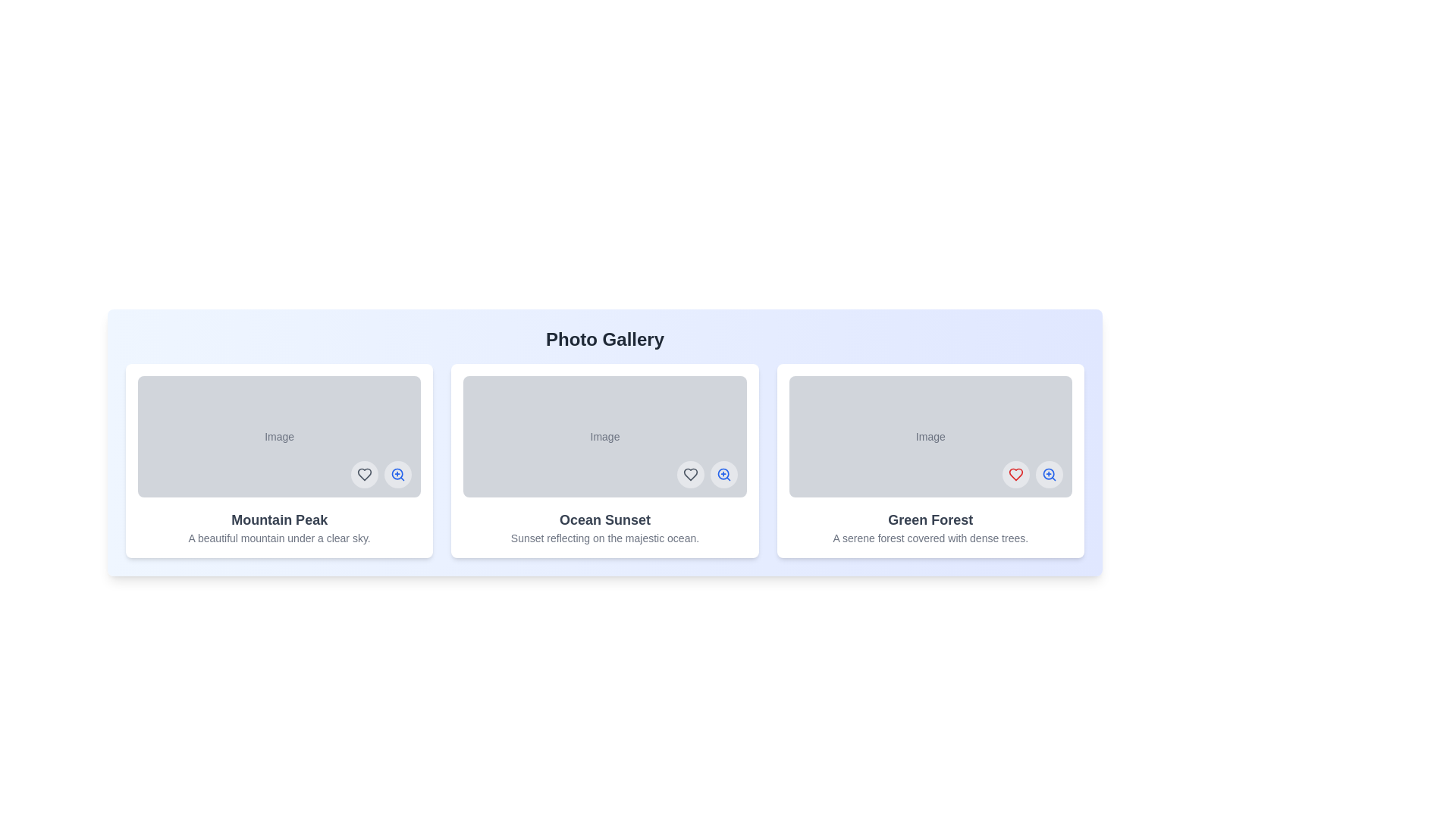 Image resolution: width=1456 pixels, height=819 pixels. Describe the element at coordinates (604, 519) in the screenshot. I see `the title of the image titled Ocean Sunset to focus on it` at that location.